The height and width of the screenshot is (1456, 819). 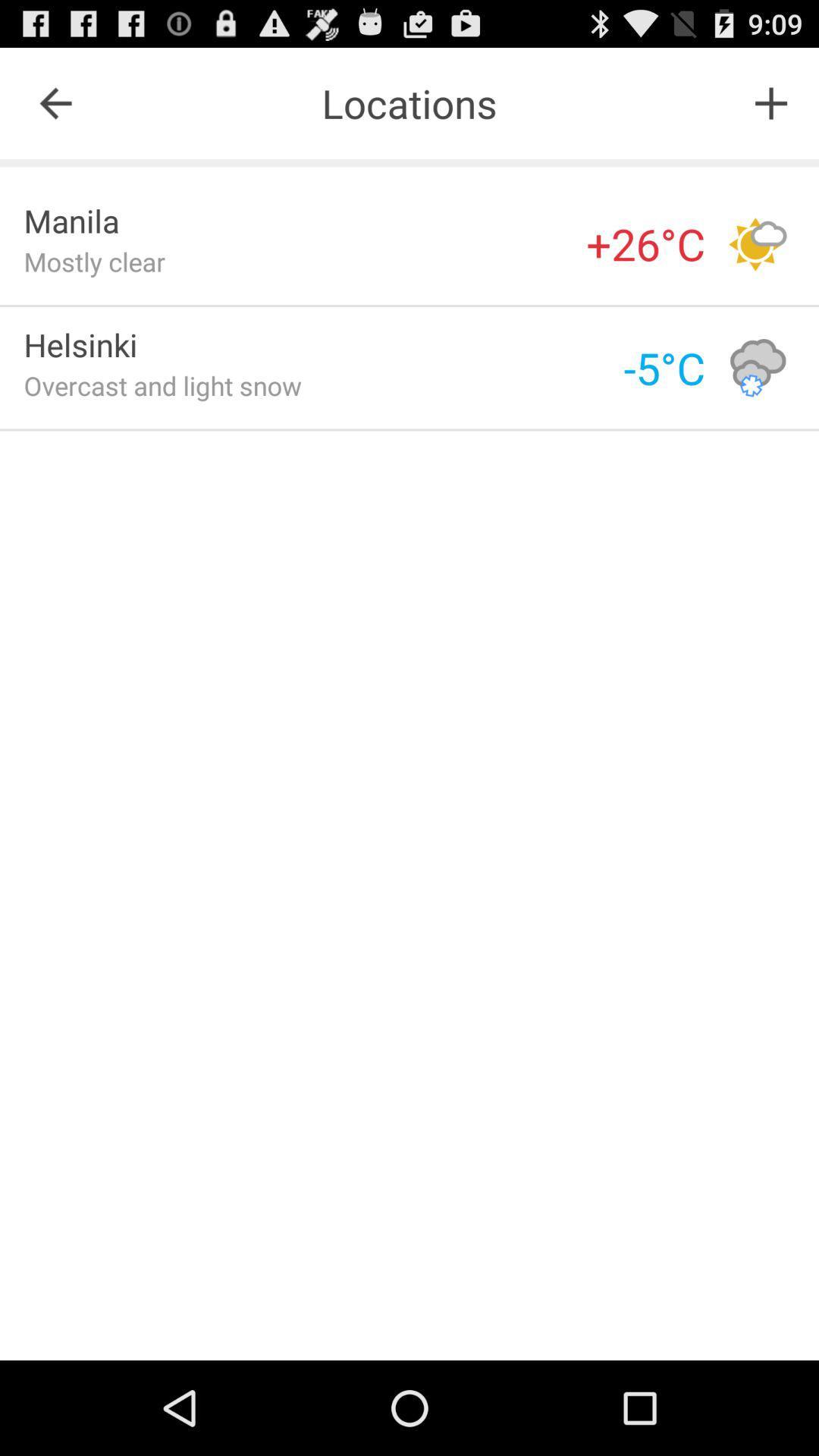 I want to click on icon next to the locations, so click(x=771, y=102).